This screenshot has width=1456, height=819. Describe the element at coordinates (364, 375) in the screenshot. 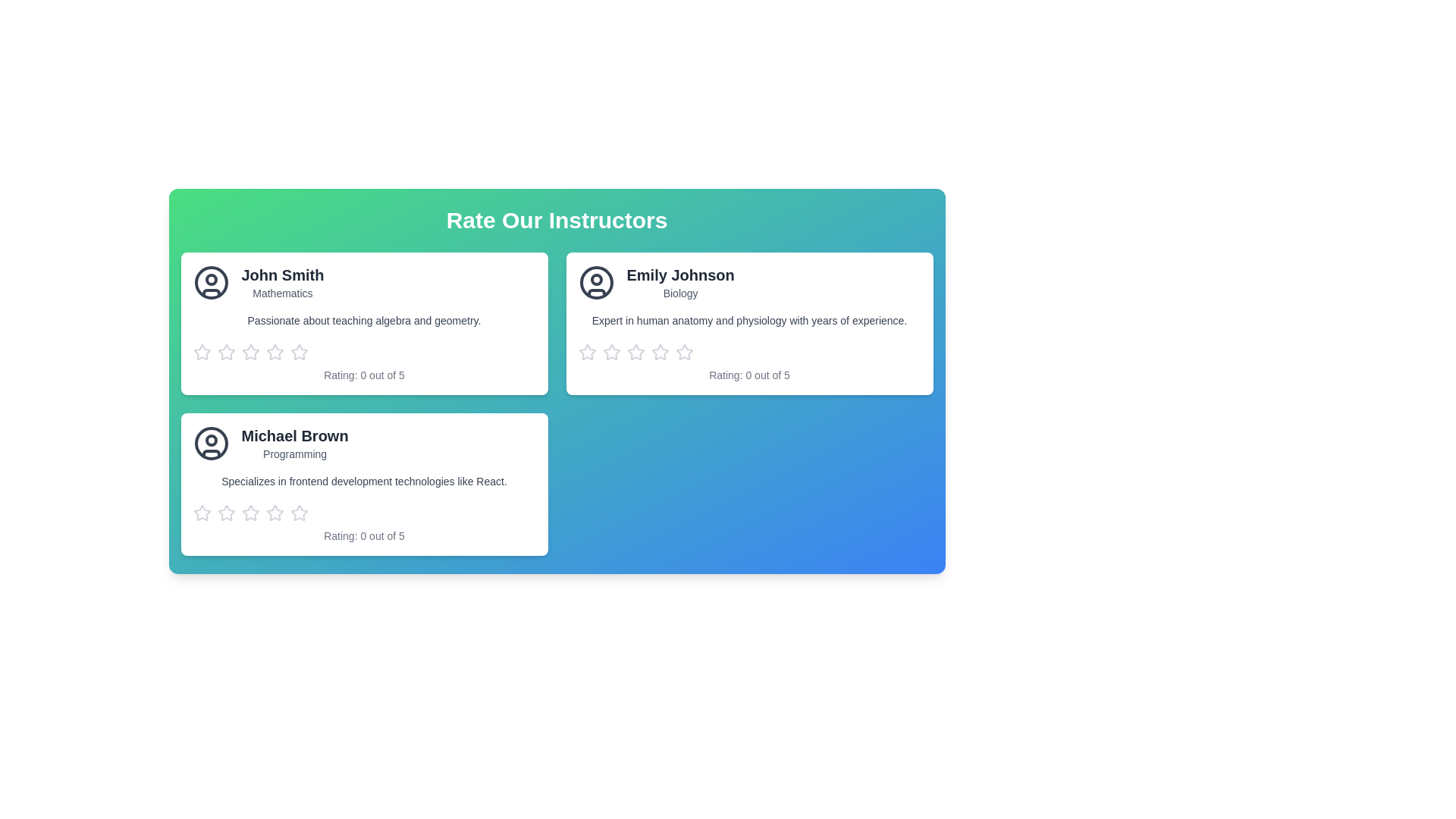

I see `the text label indicating the current rating of 'John Smith', located below the star rating icons in the bottom section of his card` at that location.